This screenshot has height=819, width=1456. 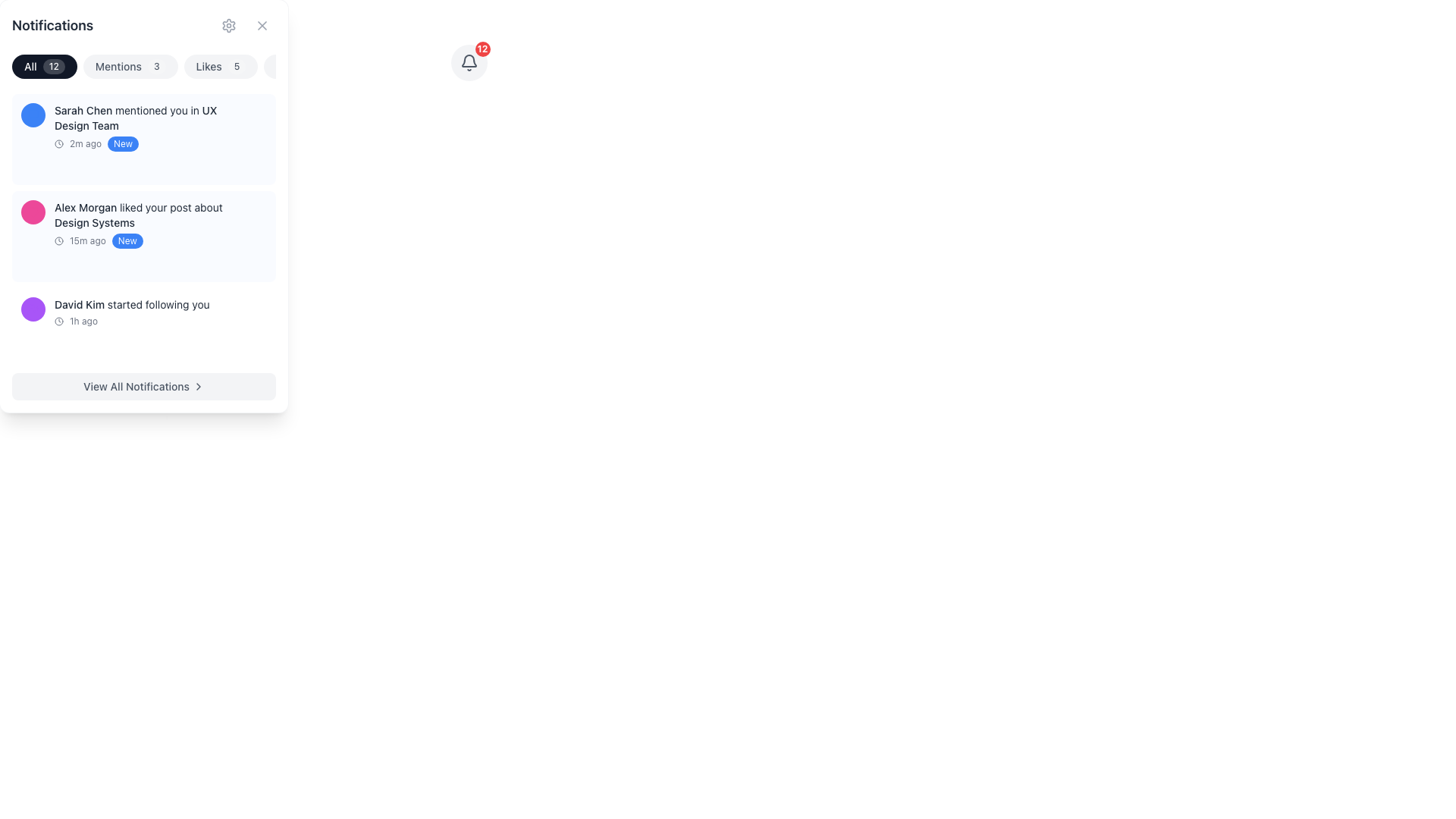 What do you see at coordinates (468, 60) in the screenshot?
I see `the bell icon located in the top-right corner of the interface, which is styled in a neutral color and represents notifications` at bounding box center [468, 60].